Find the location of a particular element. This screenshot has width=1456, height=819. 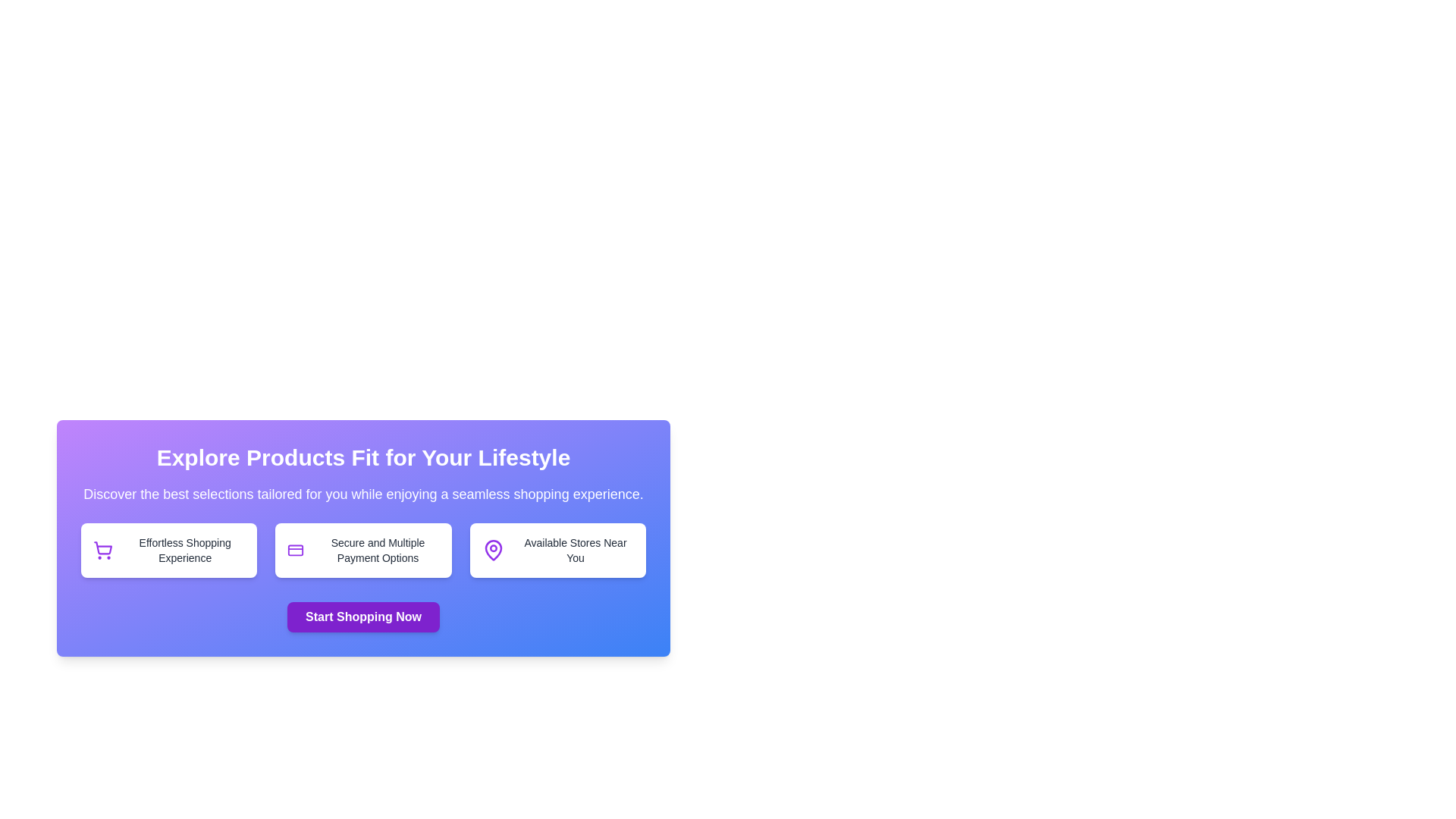

the text element that reads 'Discover the best selections tailored for you while enjoying a seamless shopping experience.' located below the heading 'Explore Products Fit for Your Lifestyle' to possibly reveal additional interactions is located at coordinates (362, 494).